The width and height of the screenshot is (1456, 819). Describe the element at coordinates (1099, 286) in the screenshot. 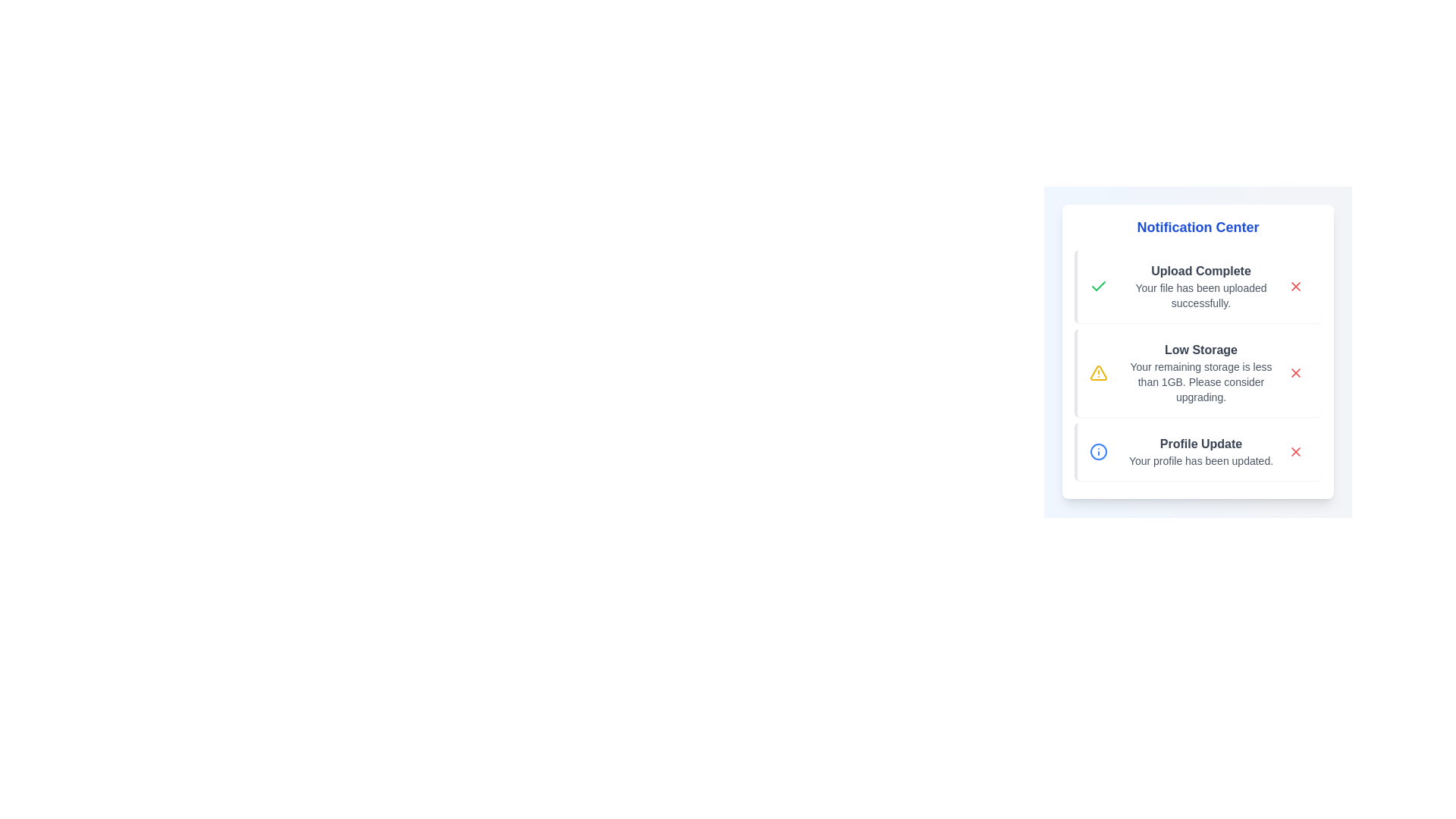

I see `the green checkmark icon indicating a successful action, located within the 'Upload Complete' notification in the Notification Center` at that location.